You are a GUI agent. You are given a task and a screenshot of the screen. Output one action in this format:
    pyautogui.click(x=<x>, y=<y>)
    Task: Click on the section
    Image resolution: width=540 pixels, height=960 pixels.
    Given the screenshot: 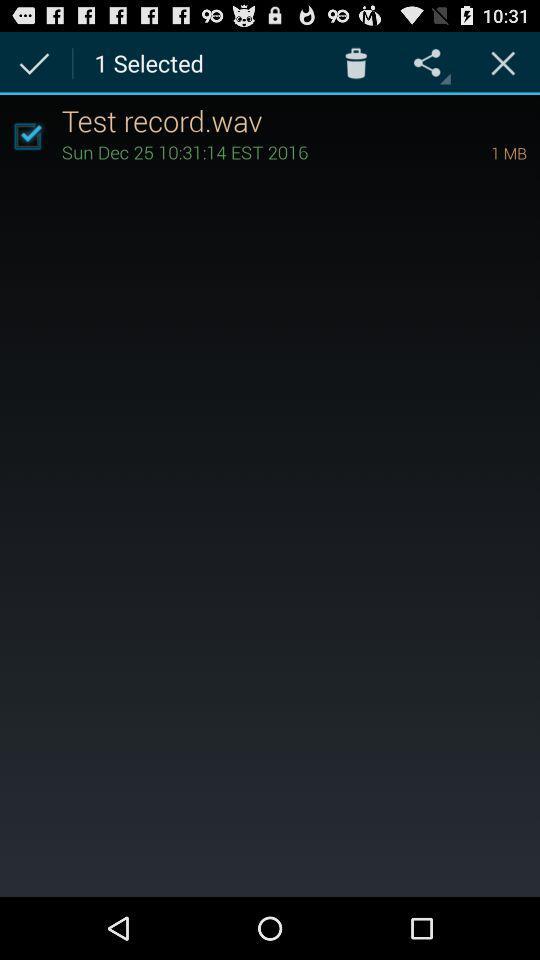 What is the action you would take?
    pyautogui.click(x=502, y=62)
    